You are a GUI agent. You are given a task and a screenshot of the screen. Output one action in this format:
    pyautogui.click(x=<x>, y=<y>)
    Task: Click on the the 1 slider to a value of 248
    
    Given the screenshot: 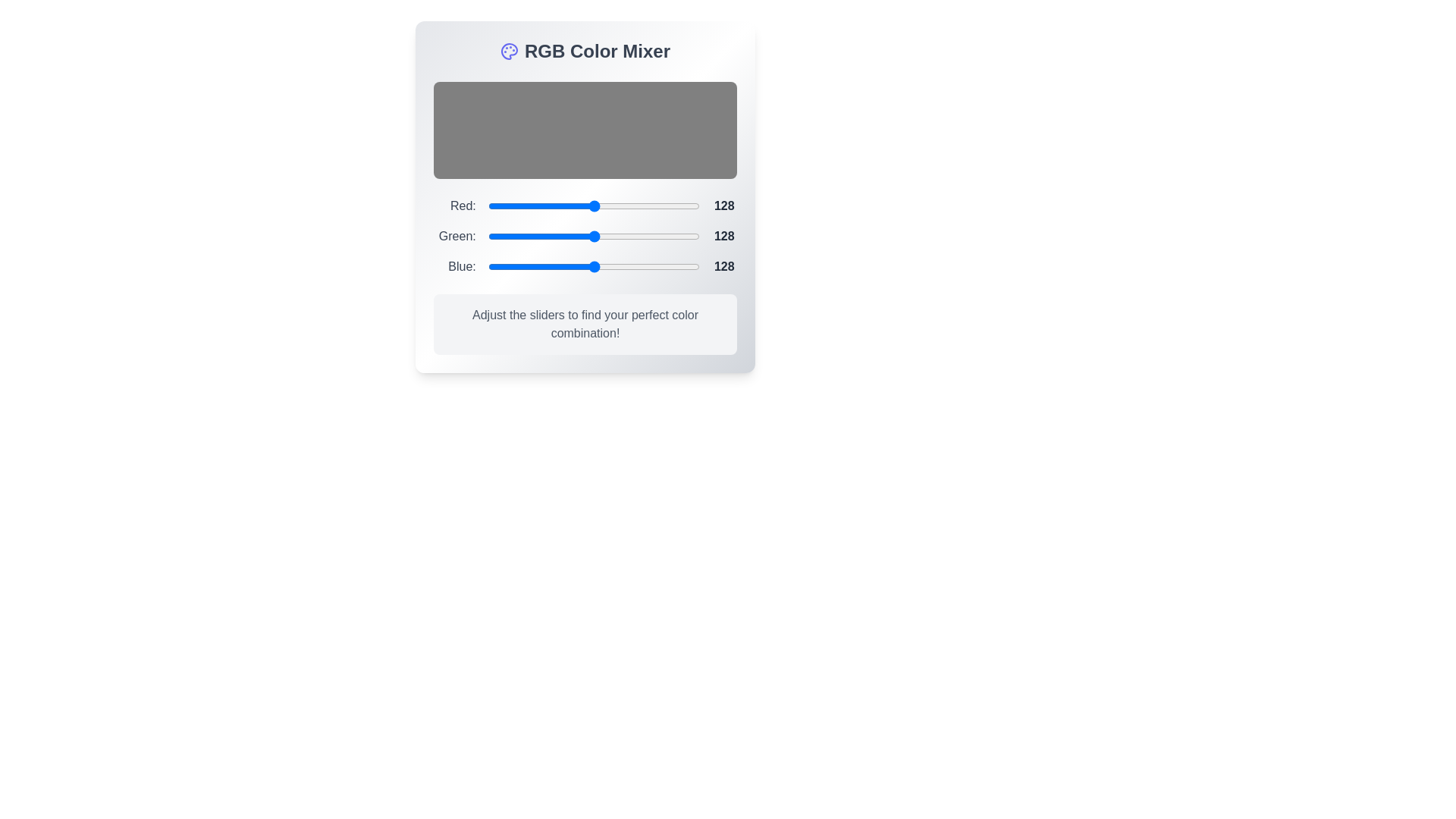 What is the action you would take?
    pyautogui.click(x=695, y=237)
    